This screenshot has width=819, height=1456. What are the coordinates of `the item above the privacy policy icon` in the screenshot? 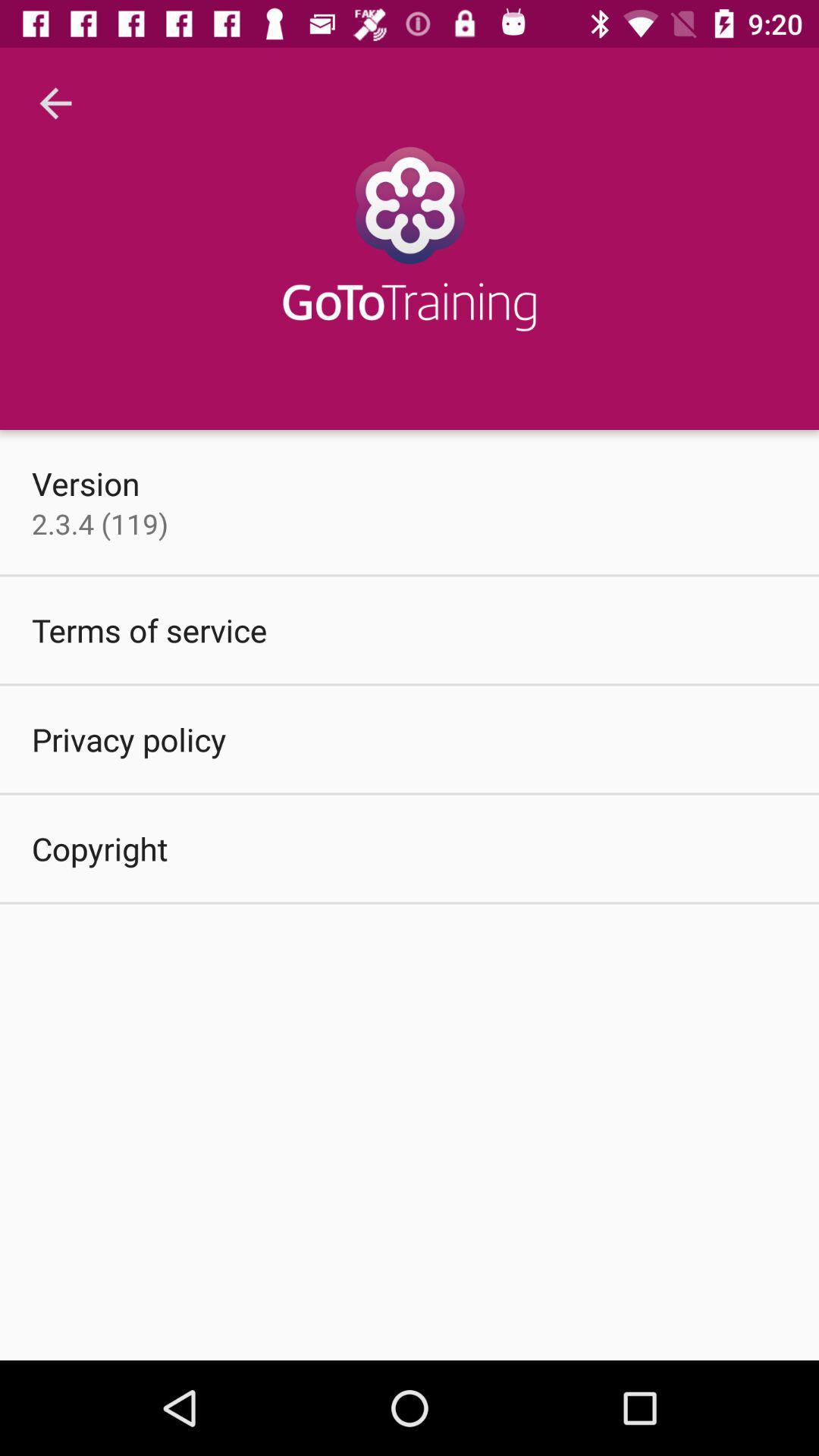 It's located at (149, 629).